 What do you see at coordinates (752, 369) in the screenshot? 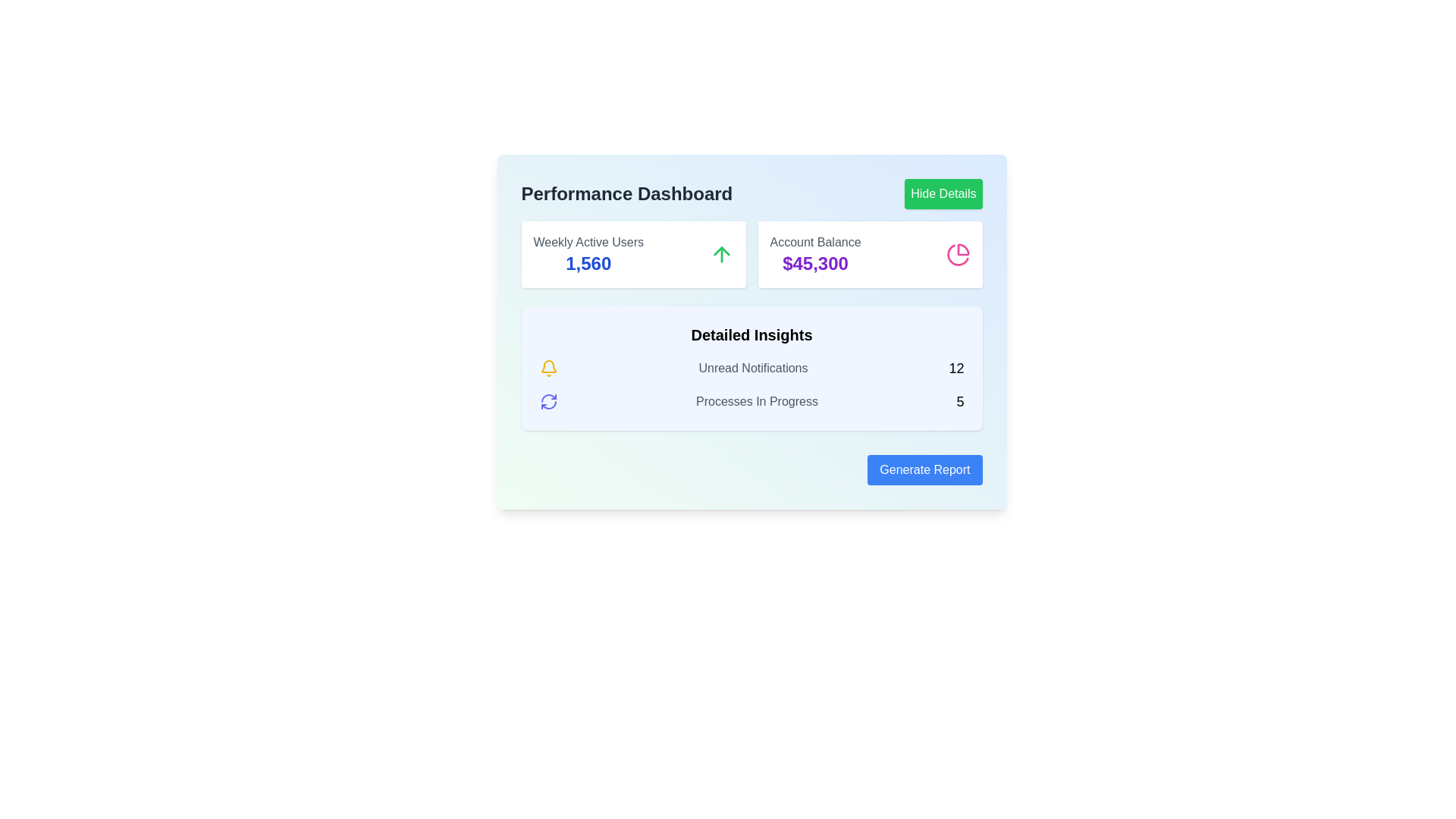
I see `the Informational row that indicates the number of unread notifications (12) in the 'Detailed Insights' section of the dashboard` at bounding box center [752, 369].